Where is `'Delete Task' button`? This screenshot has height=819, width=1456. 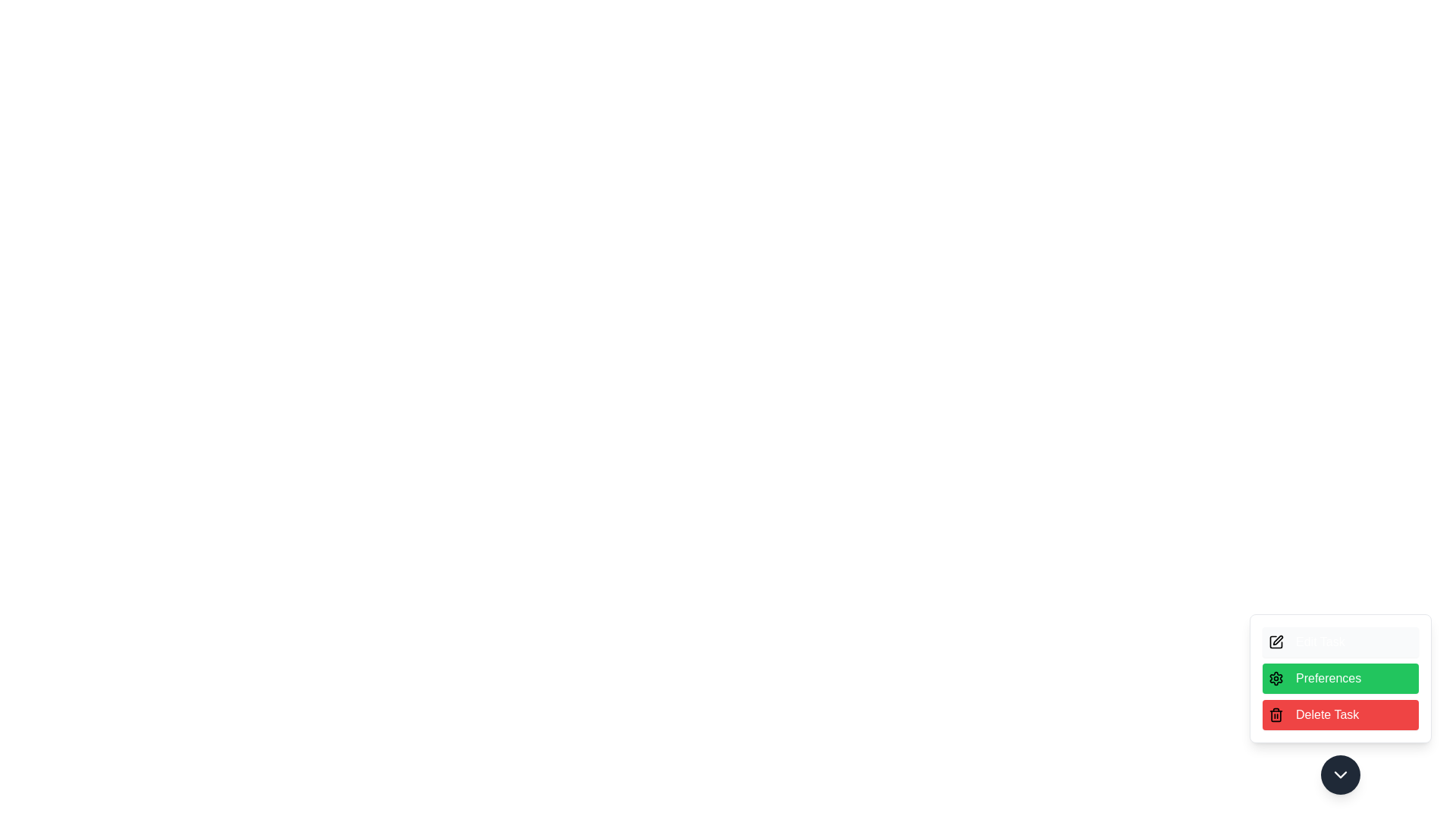 'Delete Task' button is located at coordinates (1340, 714).